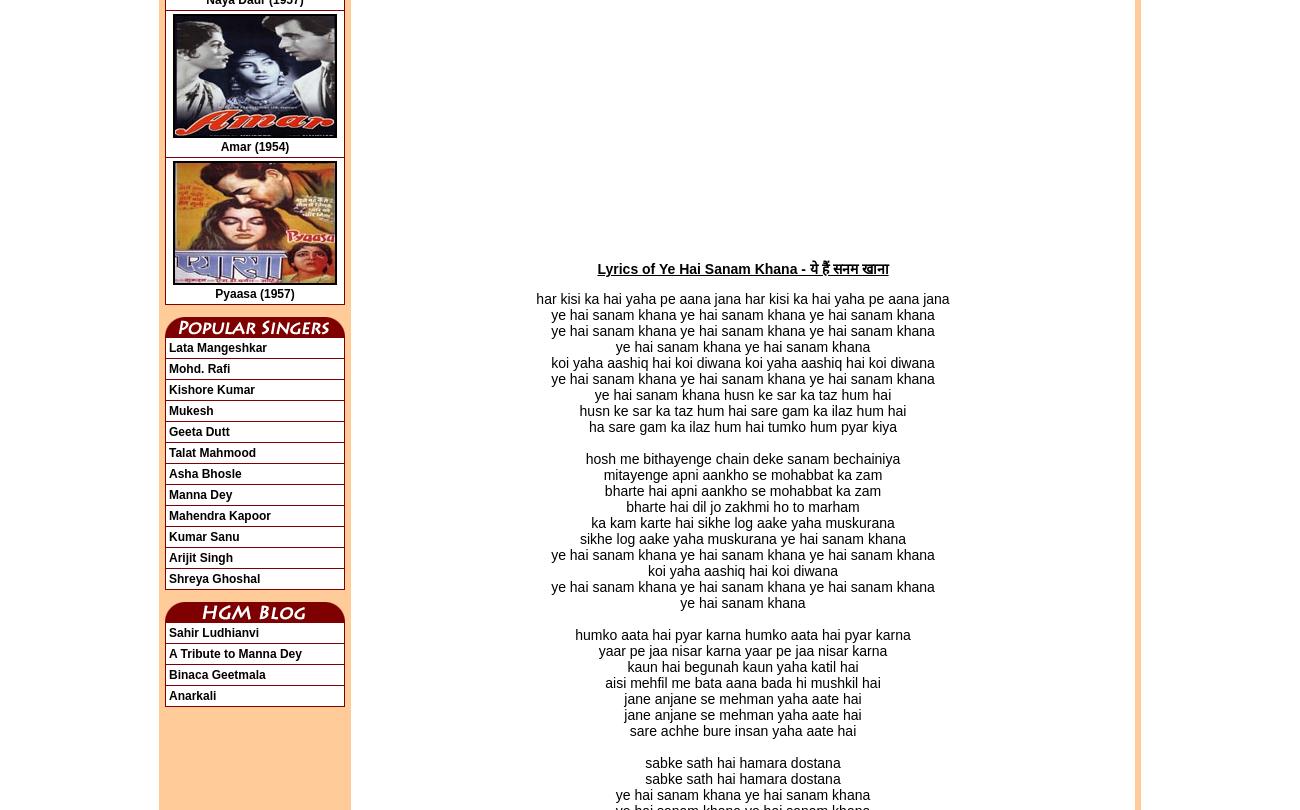 This screenshot has height=810, width=1300. What do you see at coordinates (742, 602) in the screenshot?
I see `'ye hai sanam khana'` at bounding box center [742, 602].